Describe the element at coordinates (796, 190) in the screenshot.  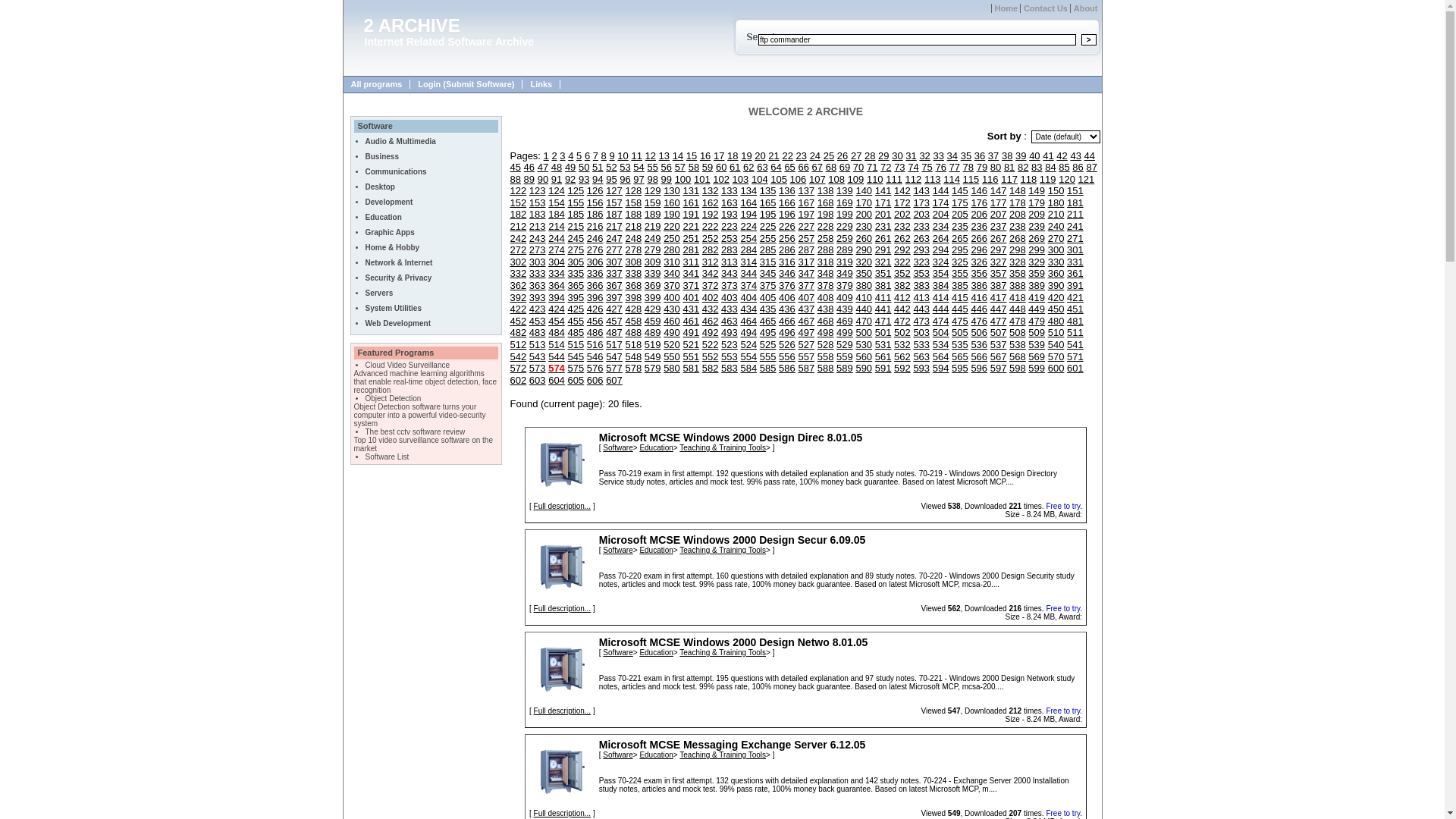
I see `'137'` at that location.